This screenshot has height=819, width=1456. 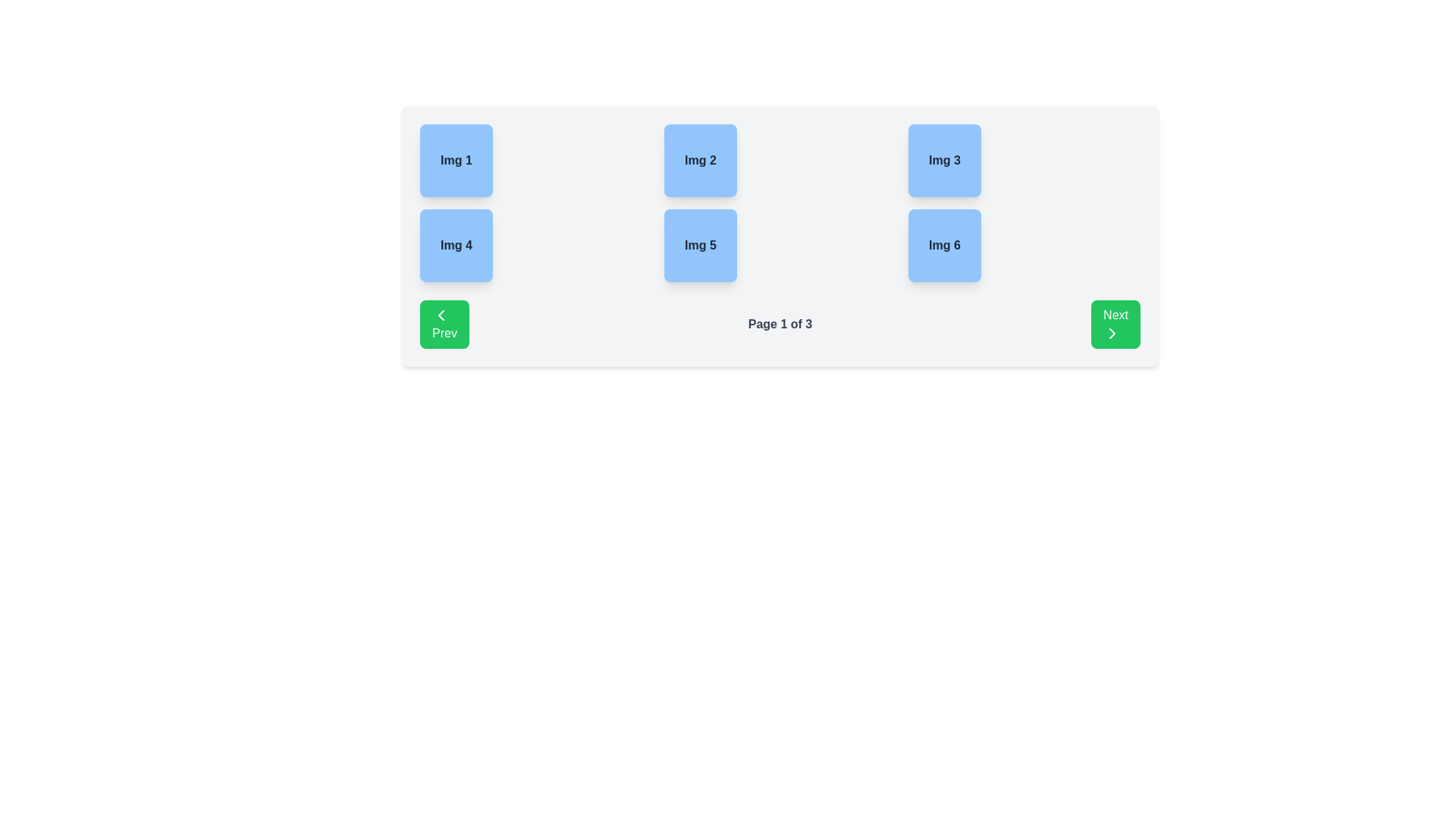 What do you see at coordinates (455, 245) in the screenshot?
I see `the button labeled 'Img 4'` at bounding box center [455, 245].